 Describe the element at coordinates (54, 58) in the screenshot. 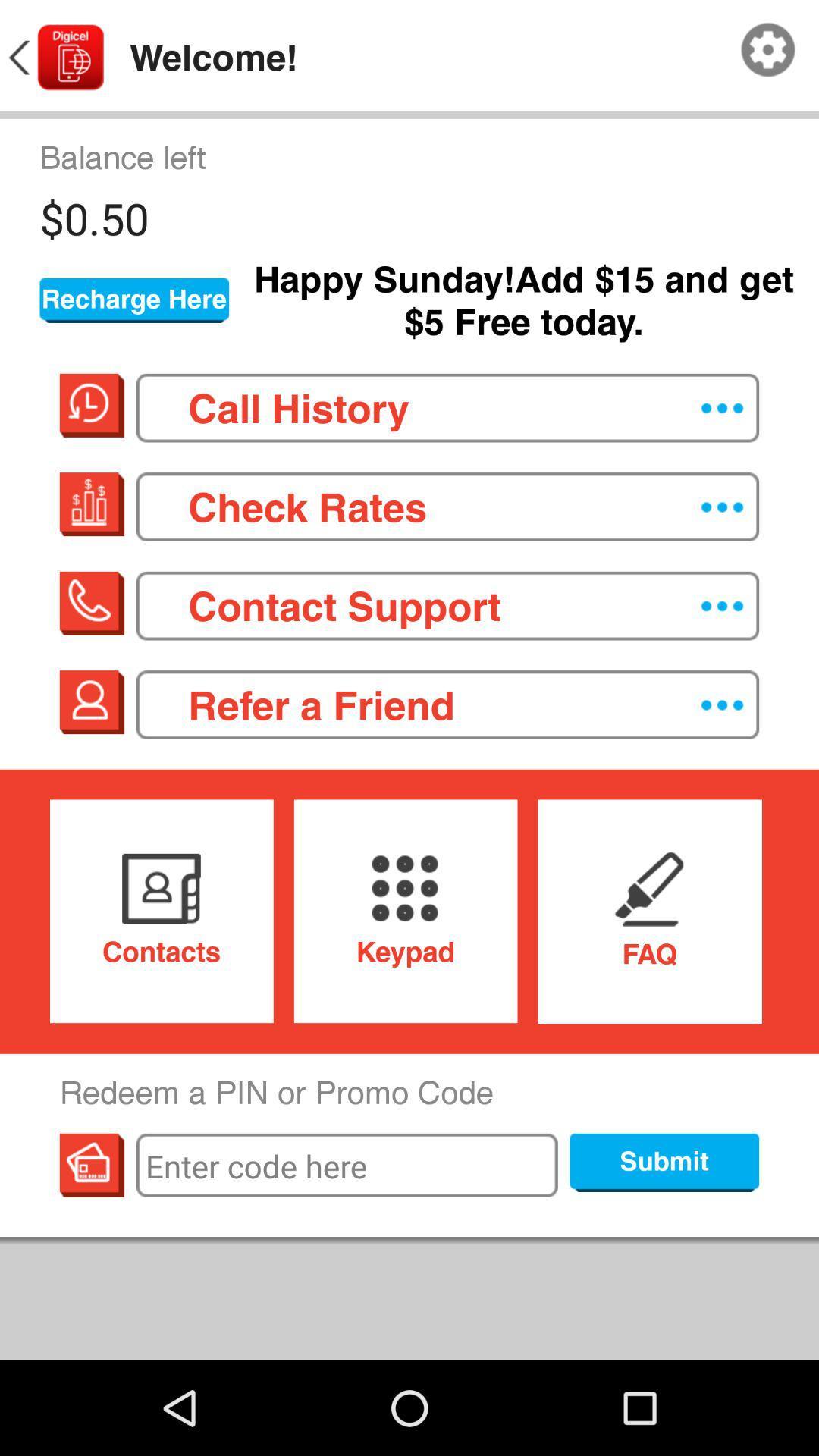

I see `the item next to the welcome! icon` at that location.